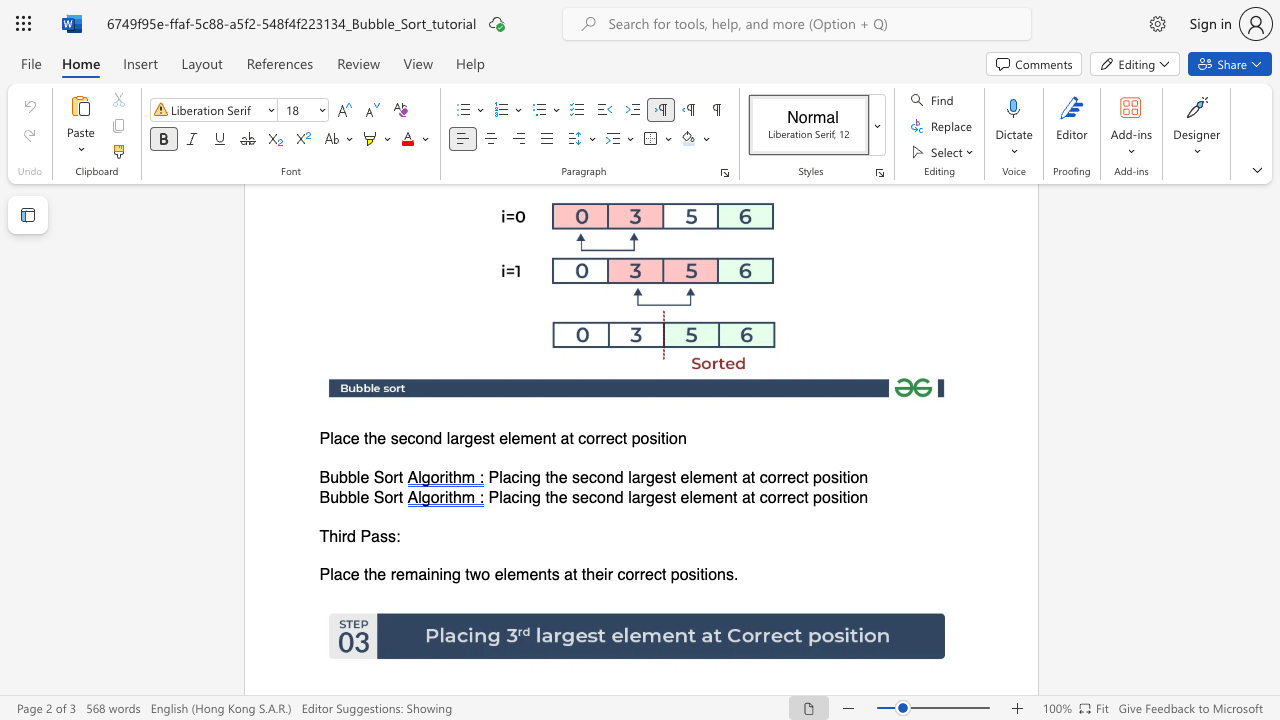 This screenshot has width=1280, height=720. I want to click on the subset text "ird Pass:" within the text "Third Pass:", so click(338, 535).